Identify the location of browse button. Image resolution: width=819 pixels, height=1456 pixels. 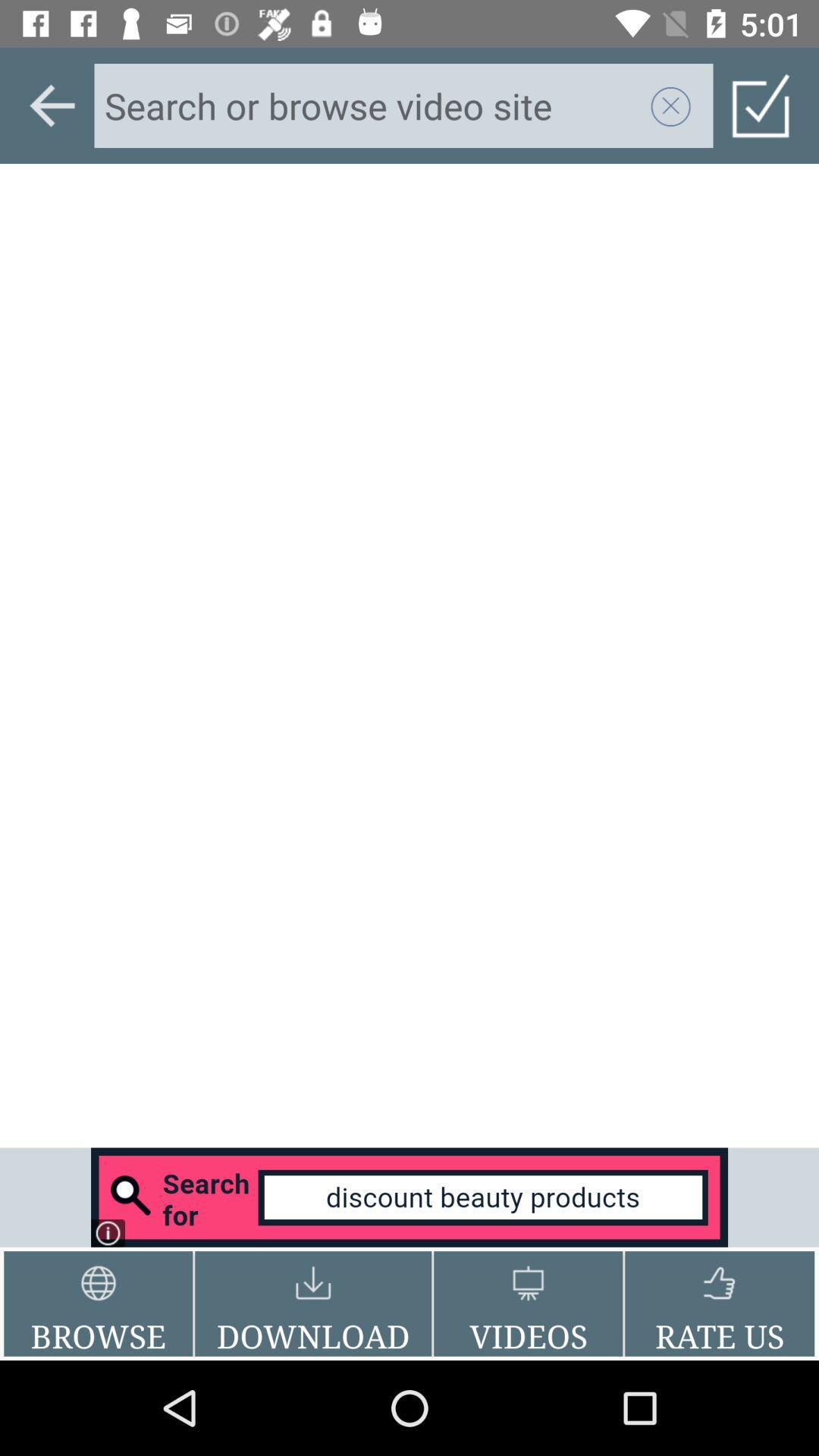
(98, 1303).